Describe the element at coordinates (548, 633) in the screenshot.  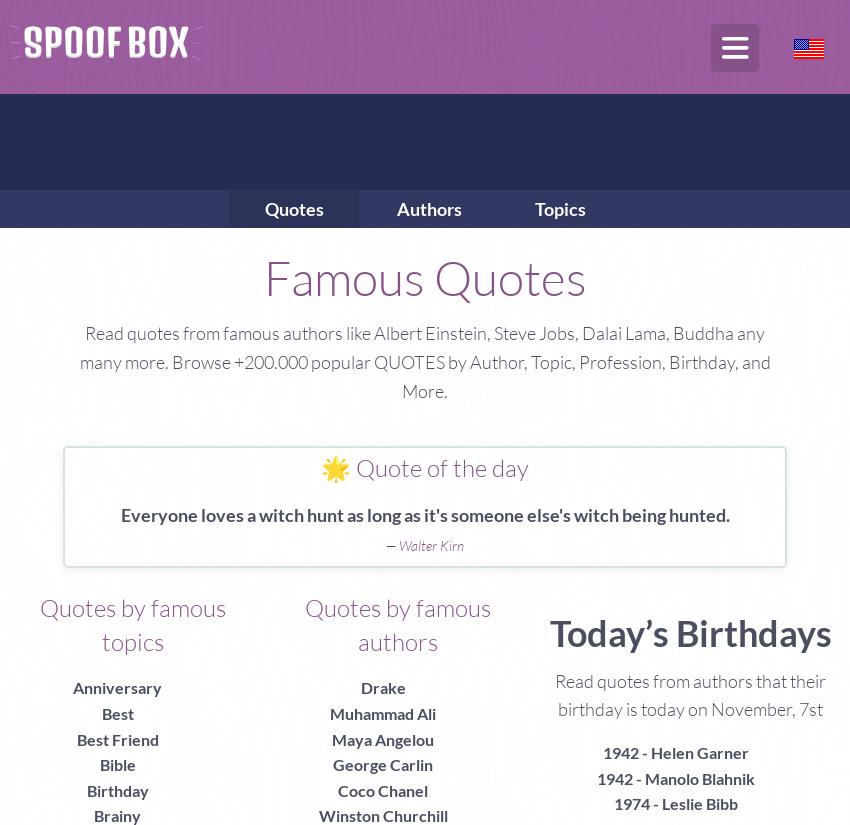
I see `'Today’s Birthdays'` at that location.